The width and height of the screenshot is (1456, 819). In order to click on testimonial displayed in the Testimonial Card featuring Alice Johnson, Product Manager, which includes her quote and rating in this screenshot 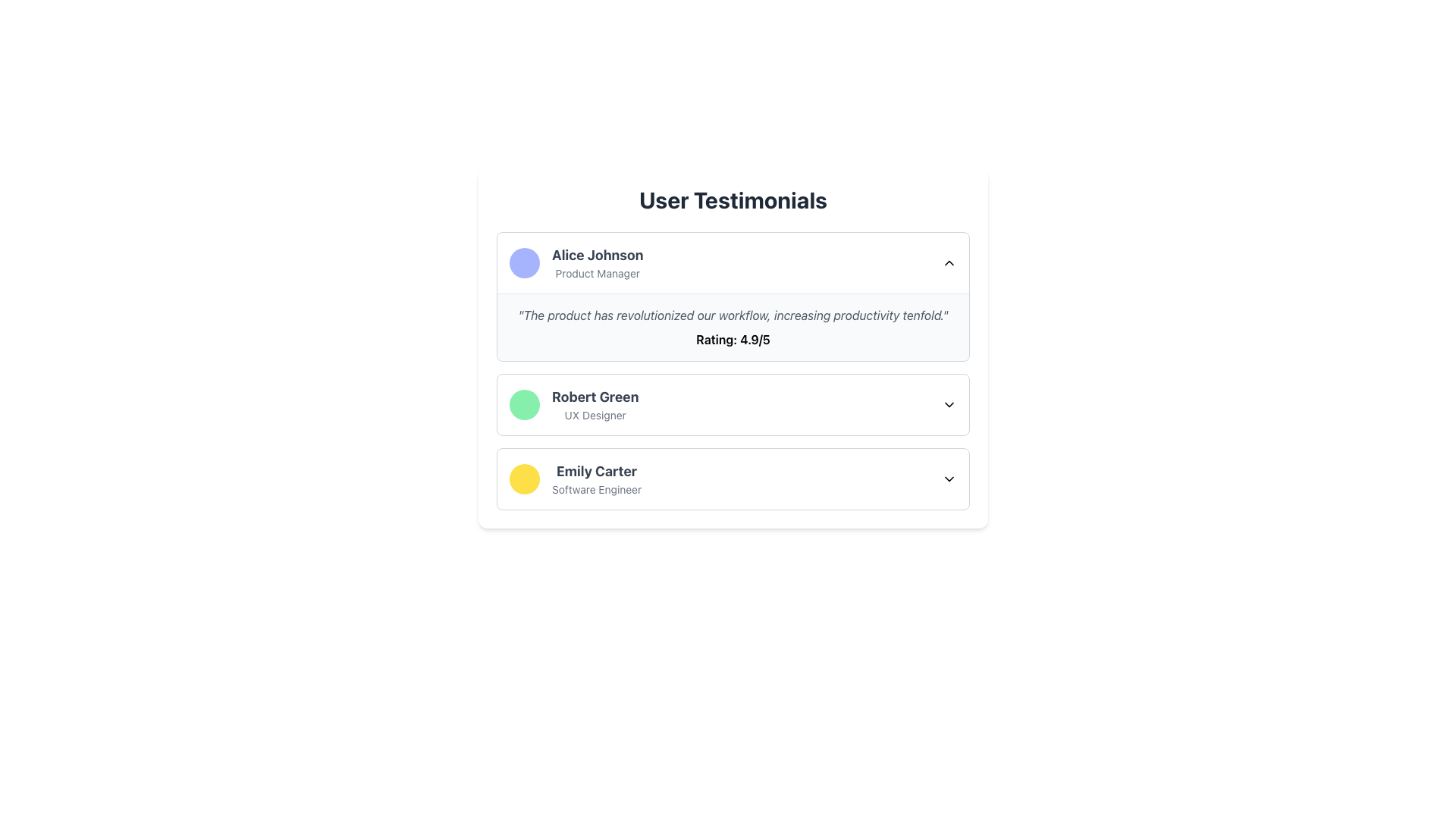, I will do `click(733, 297)`.